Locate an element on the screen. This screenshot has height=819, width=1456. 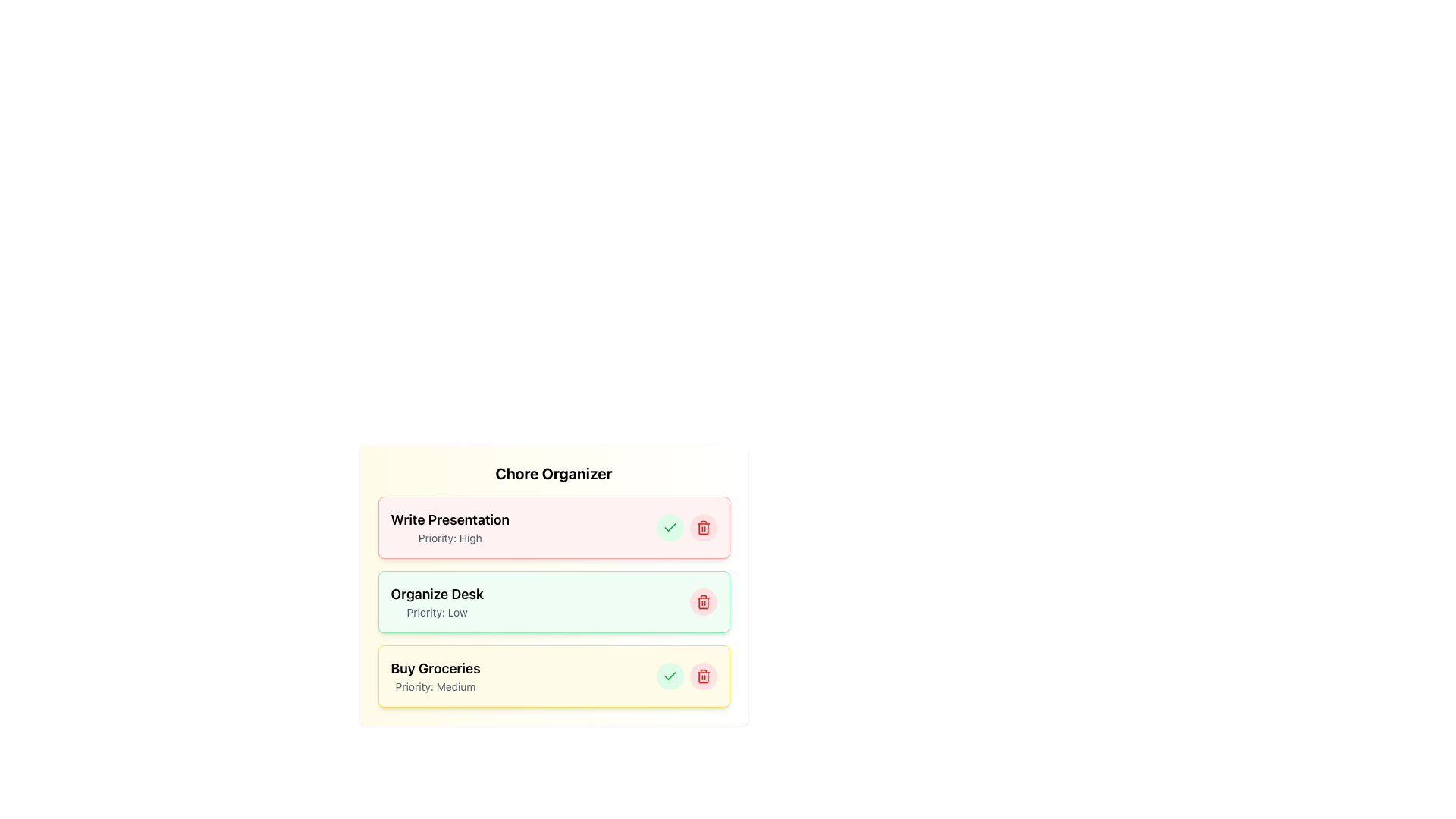
the task entry text box that conveys the name of the task 'Organize Desk' and its priority 'Low' in the task manager interface is located at coordinates (436, 601).